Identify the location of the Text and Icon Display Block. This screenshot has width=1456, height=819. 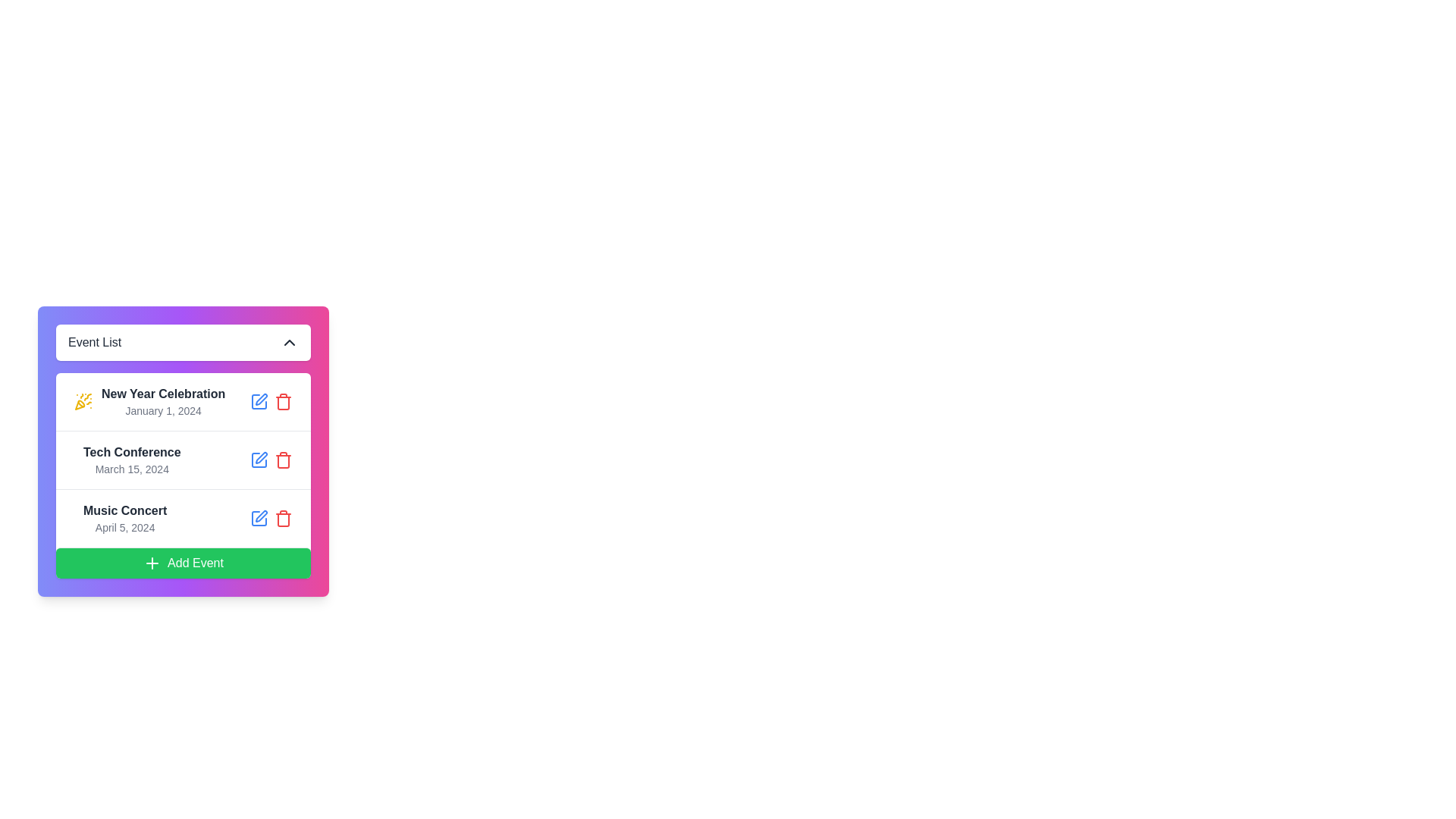
(149, 400).